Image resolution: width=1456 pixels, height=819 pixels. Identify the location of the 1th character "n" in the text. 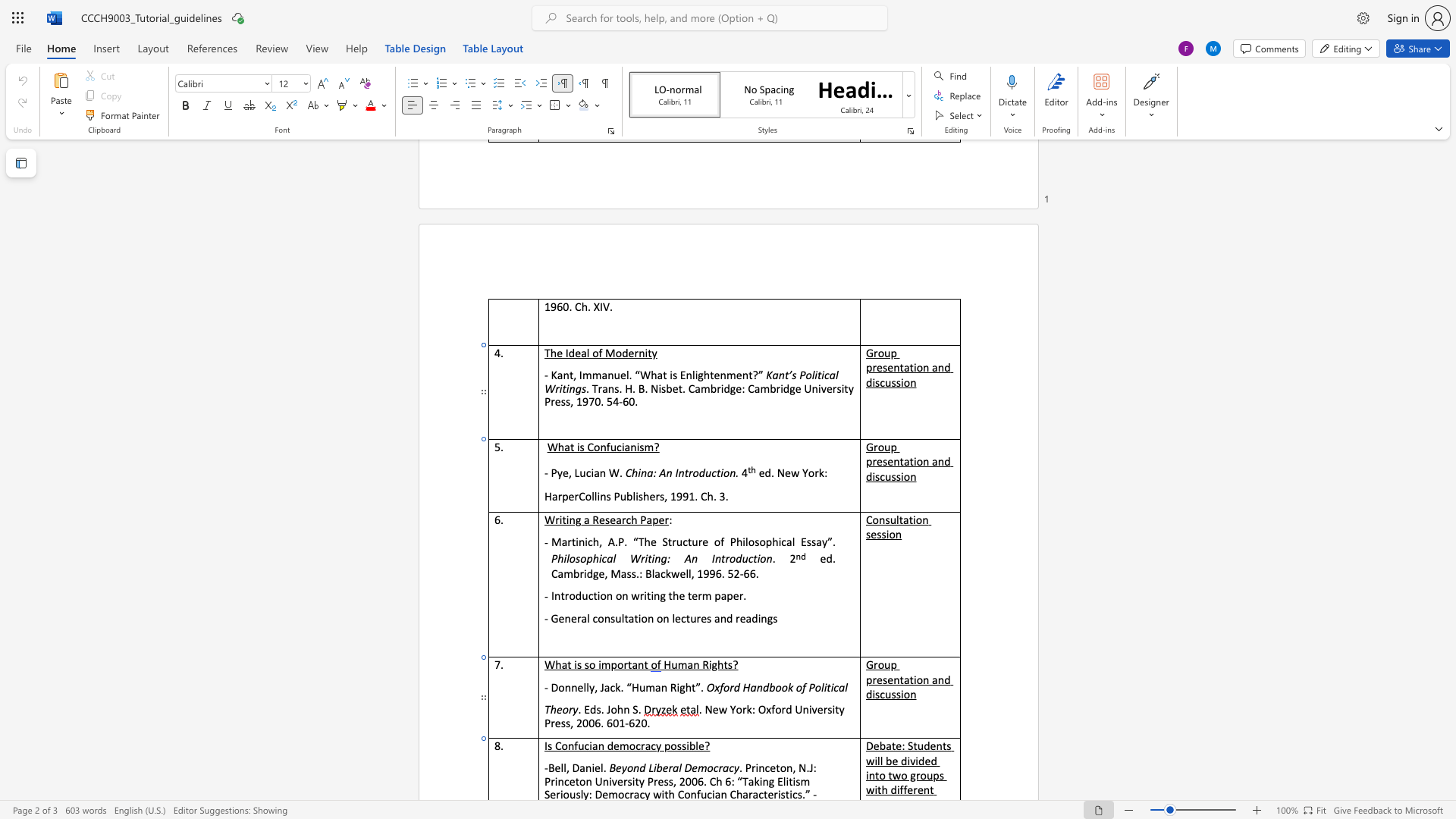
(644, 472).